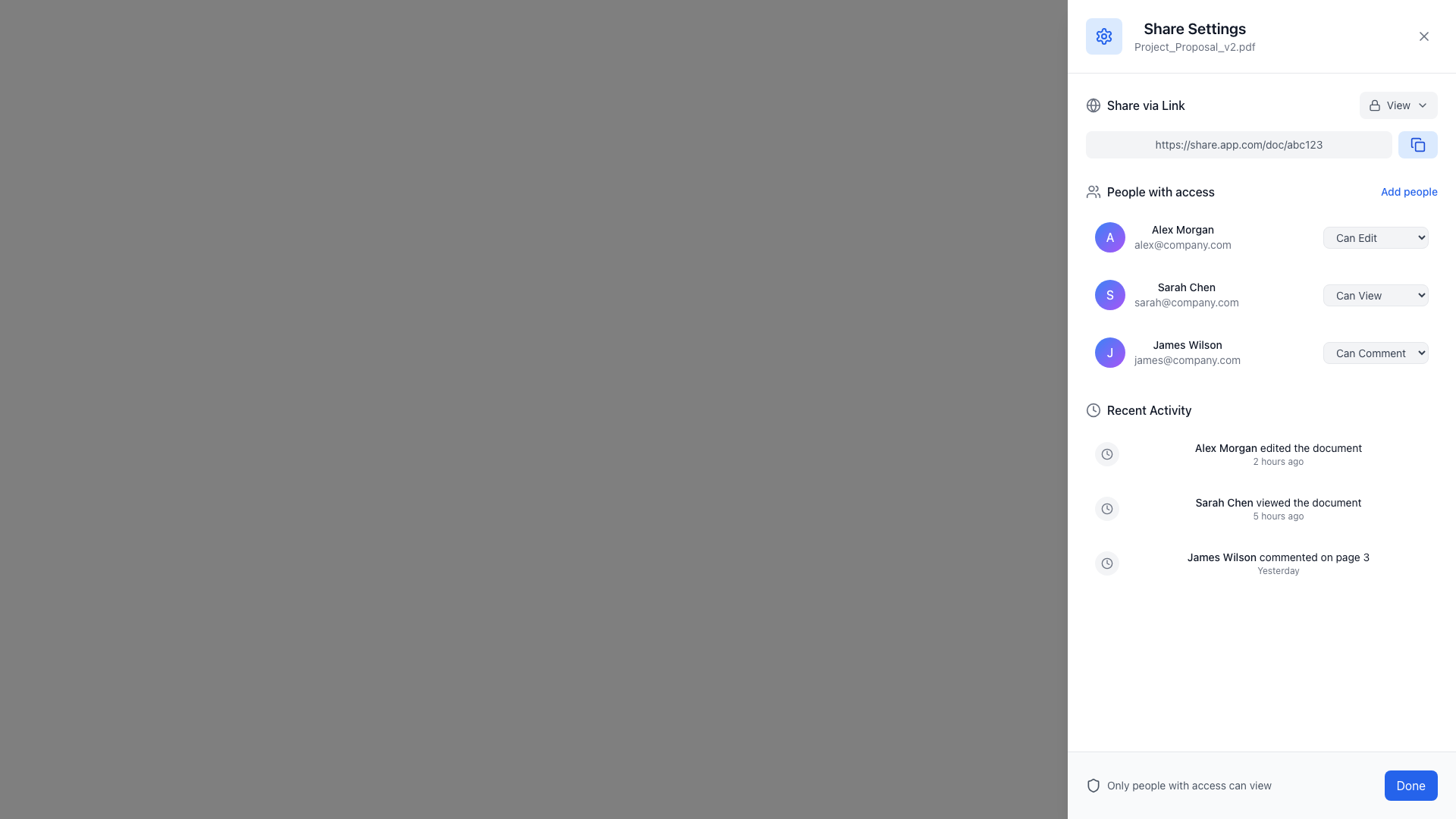 This screenshot has height=819, width=1456. Describe the element at coordinates (1226, 447) in the screenshot. I see `the text label 'Alex Morgan' in the recent activity log` at that location.